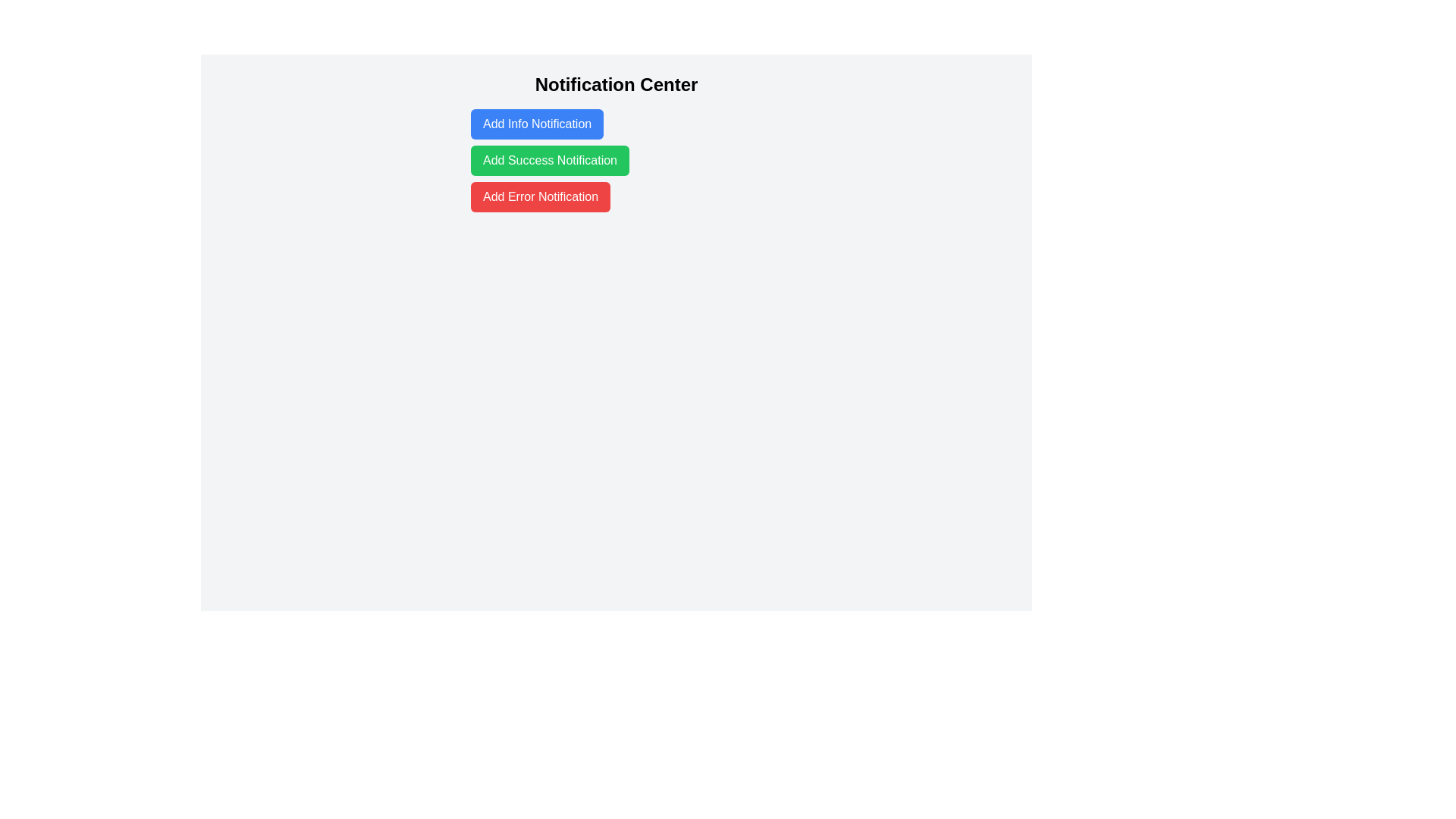 The height and width of the screenshot is (819, 1456). Describe the element at coordinates (549, 161) in the screenshot. I see `the second button in the Notification Center, located below the 'Add Info Notification' button` at that location.